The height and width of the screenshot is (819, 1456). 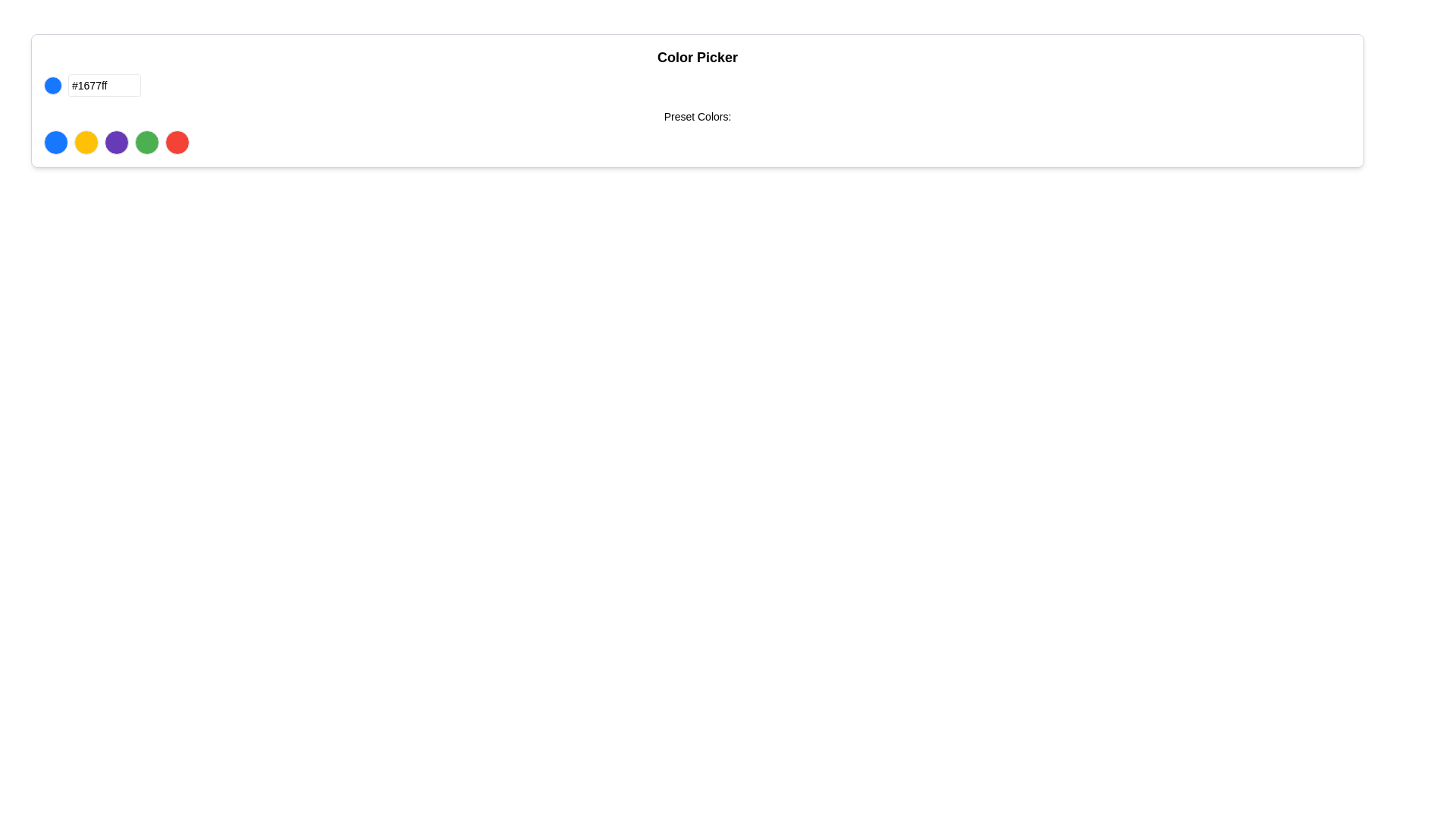 I want to click on the circular yellow button, which is the second in a row of five buttons, so click(x=86, y=143).